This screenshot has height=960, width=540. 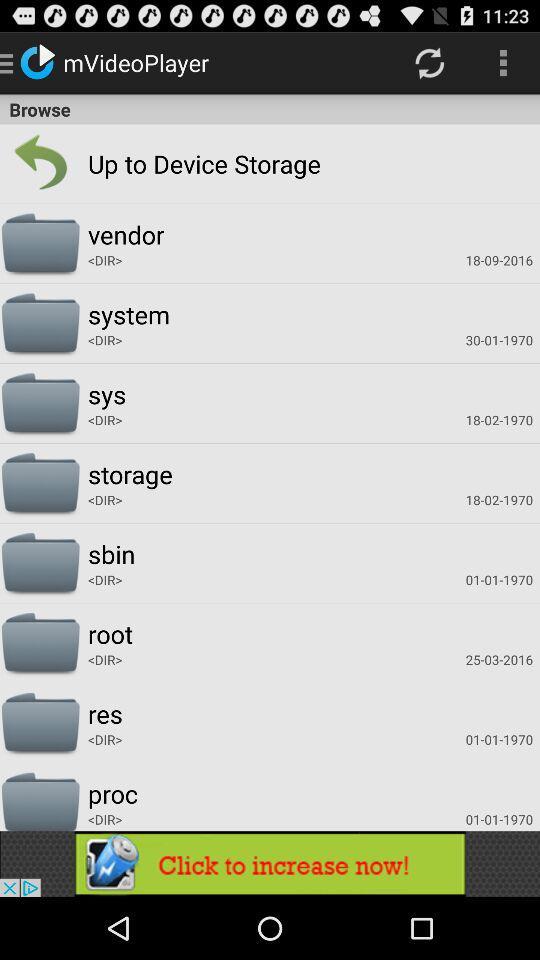 What do you see at coordinates (428, 62) in the screenshot?
I see `app next to the mvideoplayer icon` at bounding box center [428, 62].